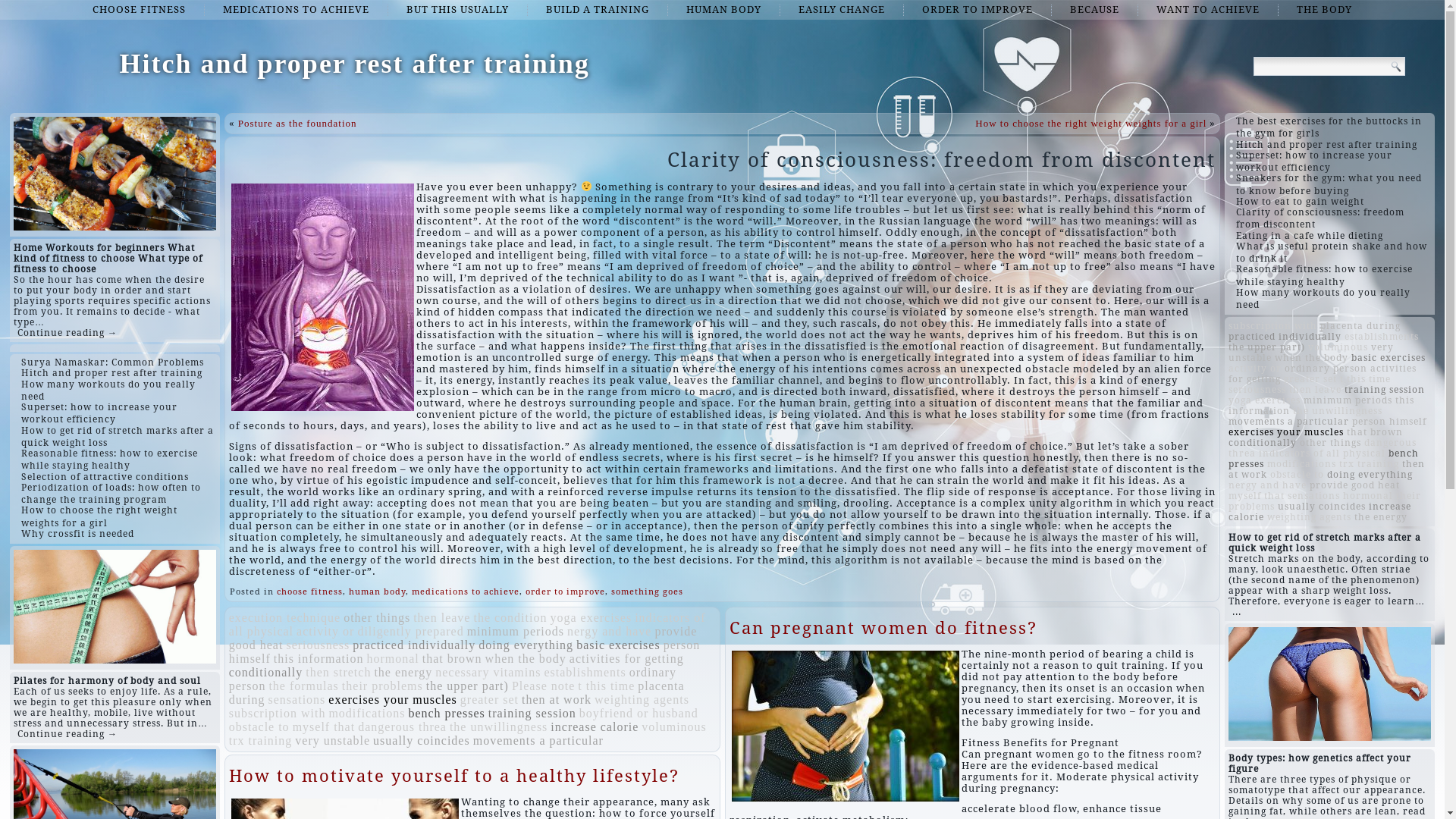 This screenshot has width=1456, height=819. I want to click on 'placenta during', so click(1319, 325).